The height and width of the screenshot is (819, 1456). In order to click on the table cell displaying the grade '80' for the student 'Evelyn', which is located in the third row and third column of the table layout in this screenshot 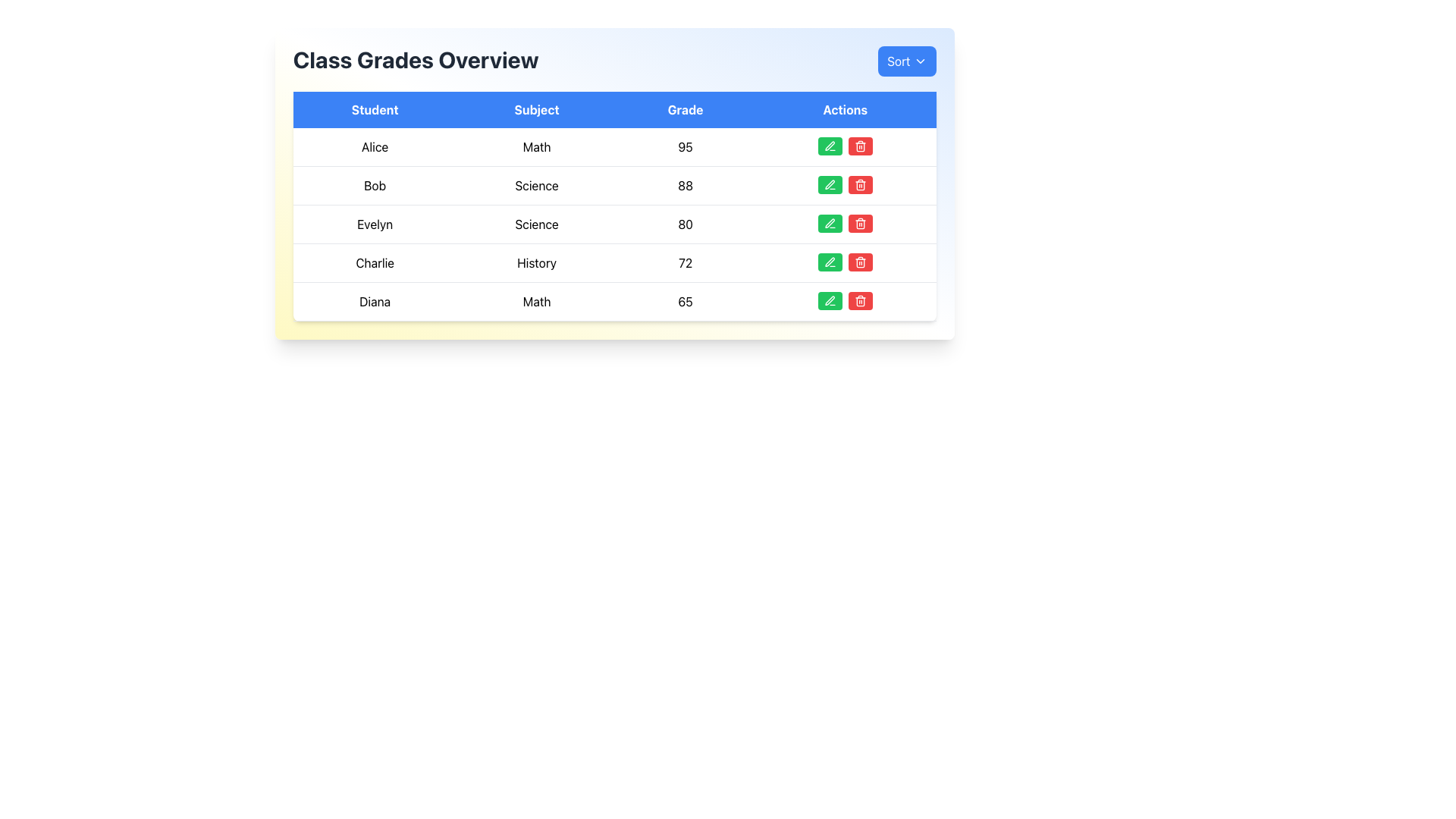, I will do `click(685, 224)`.